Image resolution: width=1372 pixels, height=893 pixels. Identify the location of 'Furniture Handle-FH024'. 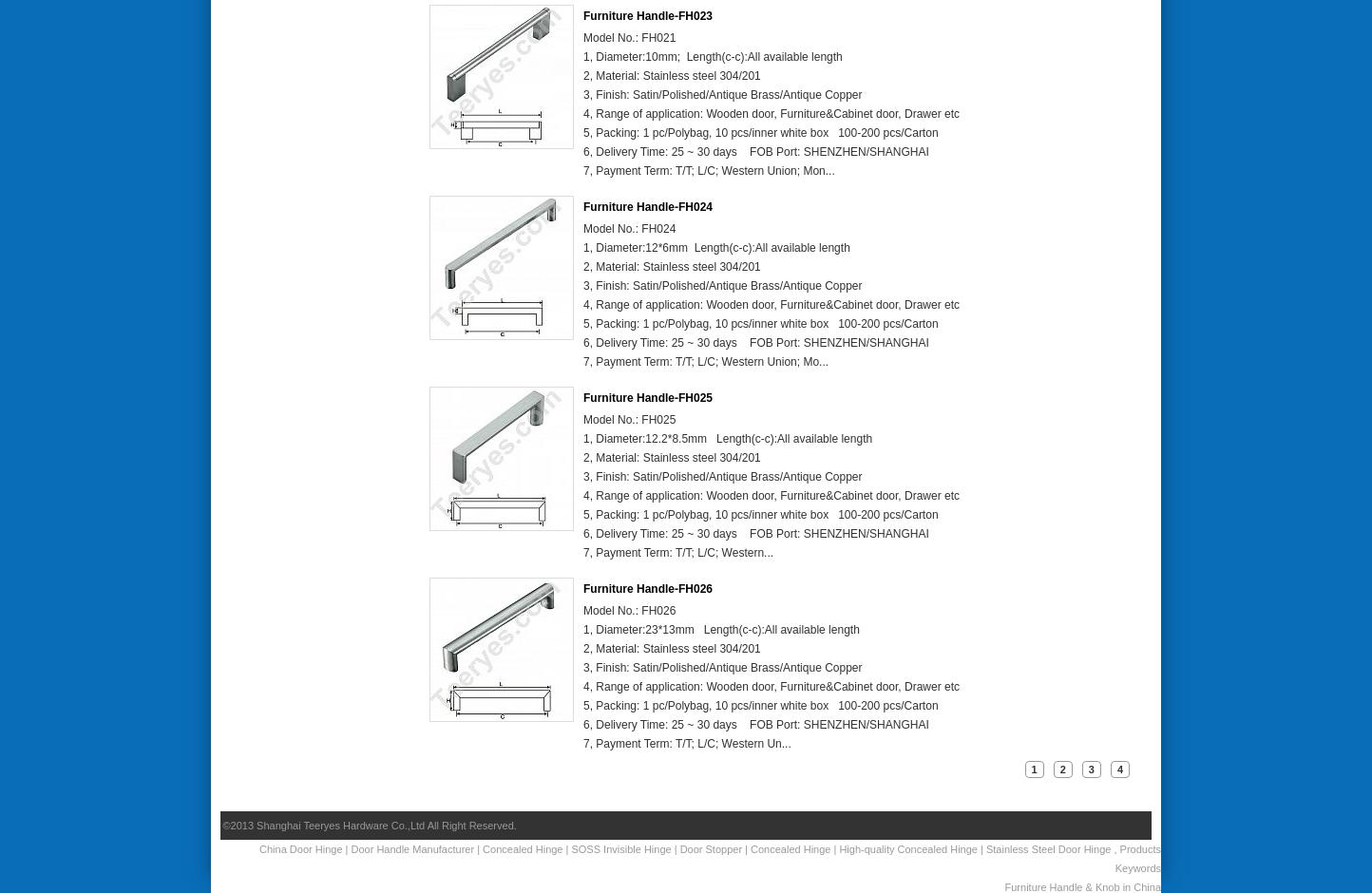
(647, 205).